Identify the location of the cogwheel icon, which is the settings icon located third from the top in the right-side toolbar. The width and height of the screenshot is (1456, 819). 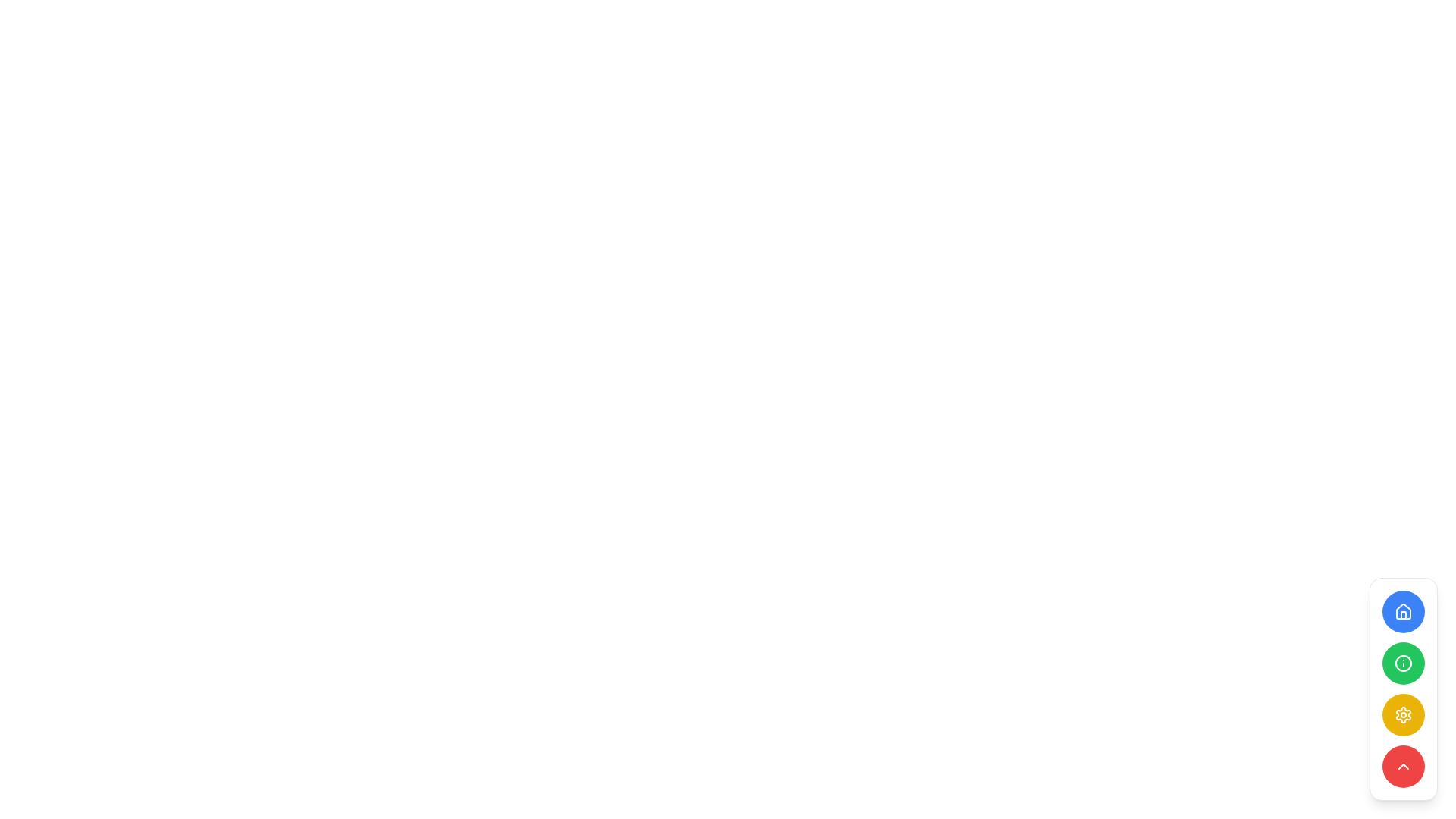
(1403, 714).